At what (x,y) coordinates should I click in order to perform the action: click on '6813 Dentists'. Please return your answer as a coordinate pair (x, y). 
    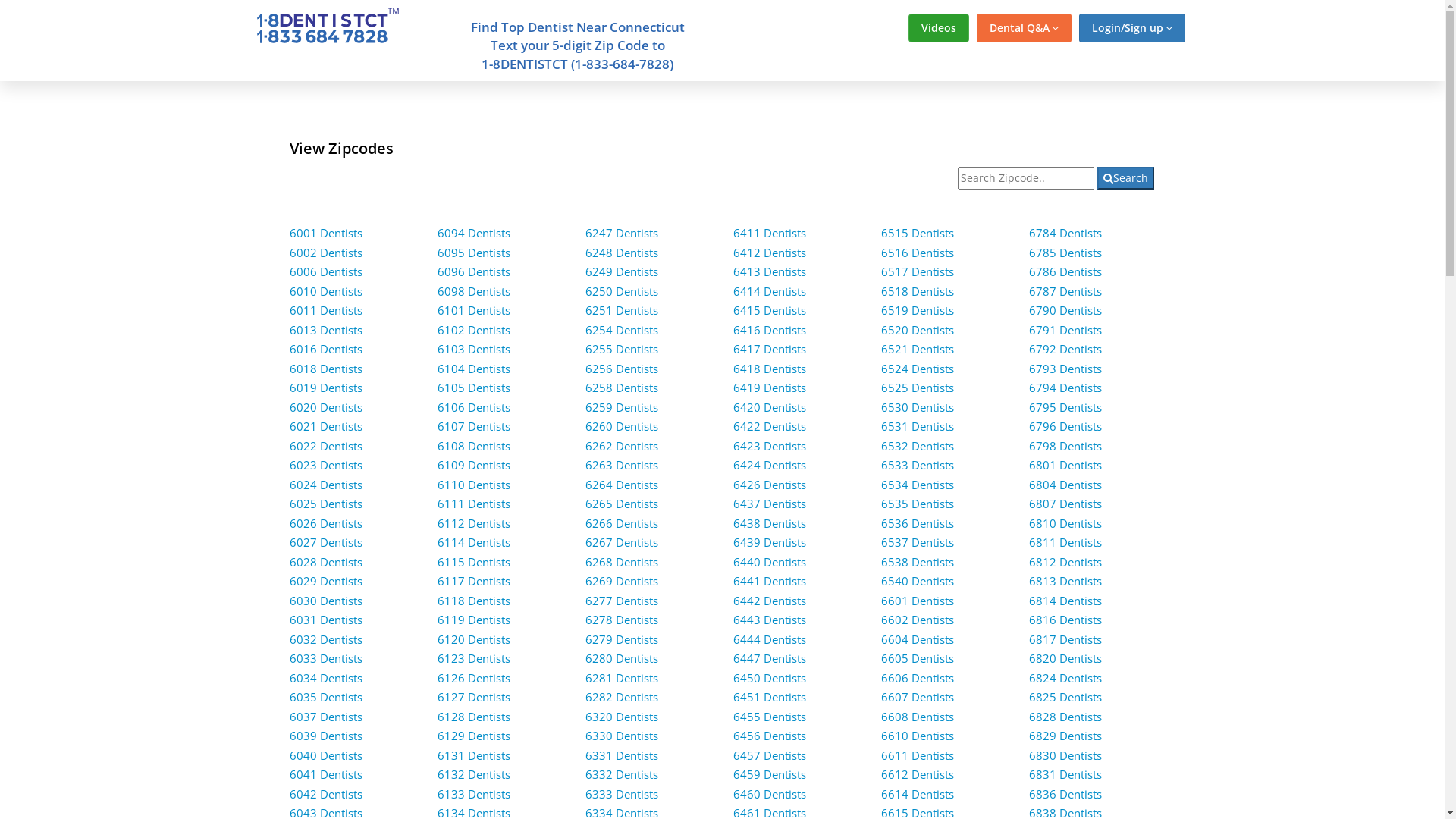
    Looking at the image, I should click on (1065, 580).